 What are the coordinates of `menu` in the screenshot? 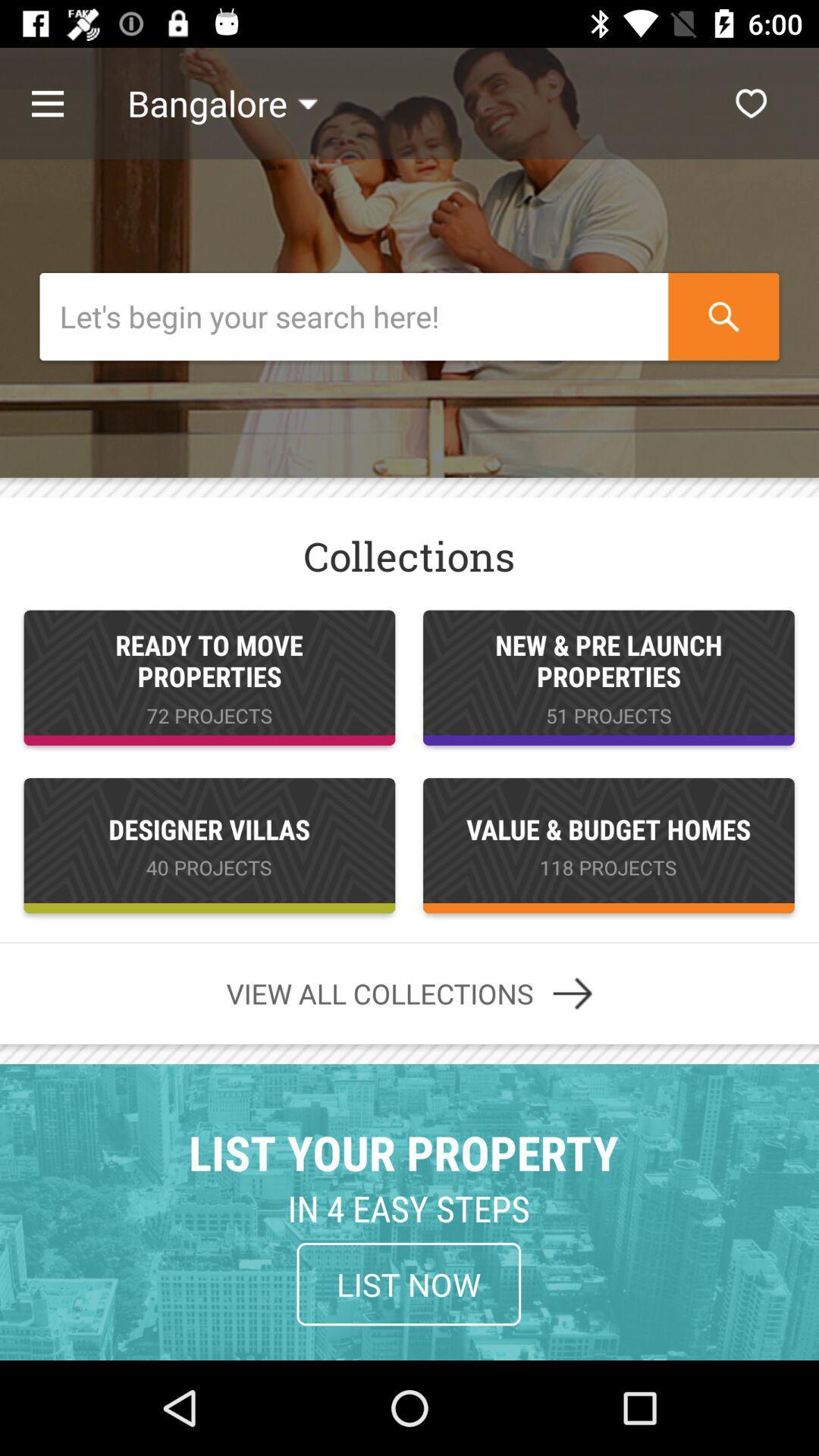 It's located at (63, 102).